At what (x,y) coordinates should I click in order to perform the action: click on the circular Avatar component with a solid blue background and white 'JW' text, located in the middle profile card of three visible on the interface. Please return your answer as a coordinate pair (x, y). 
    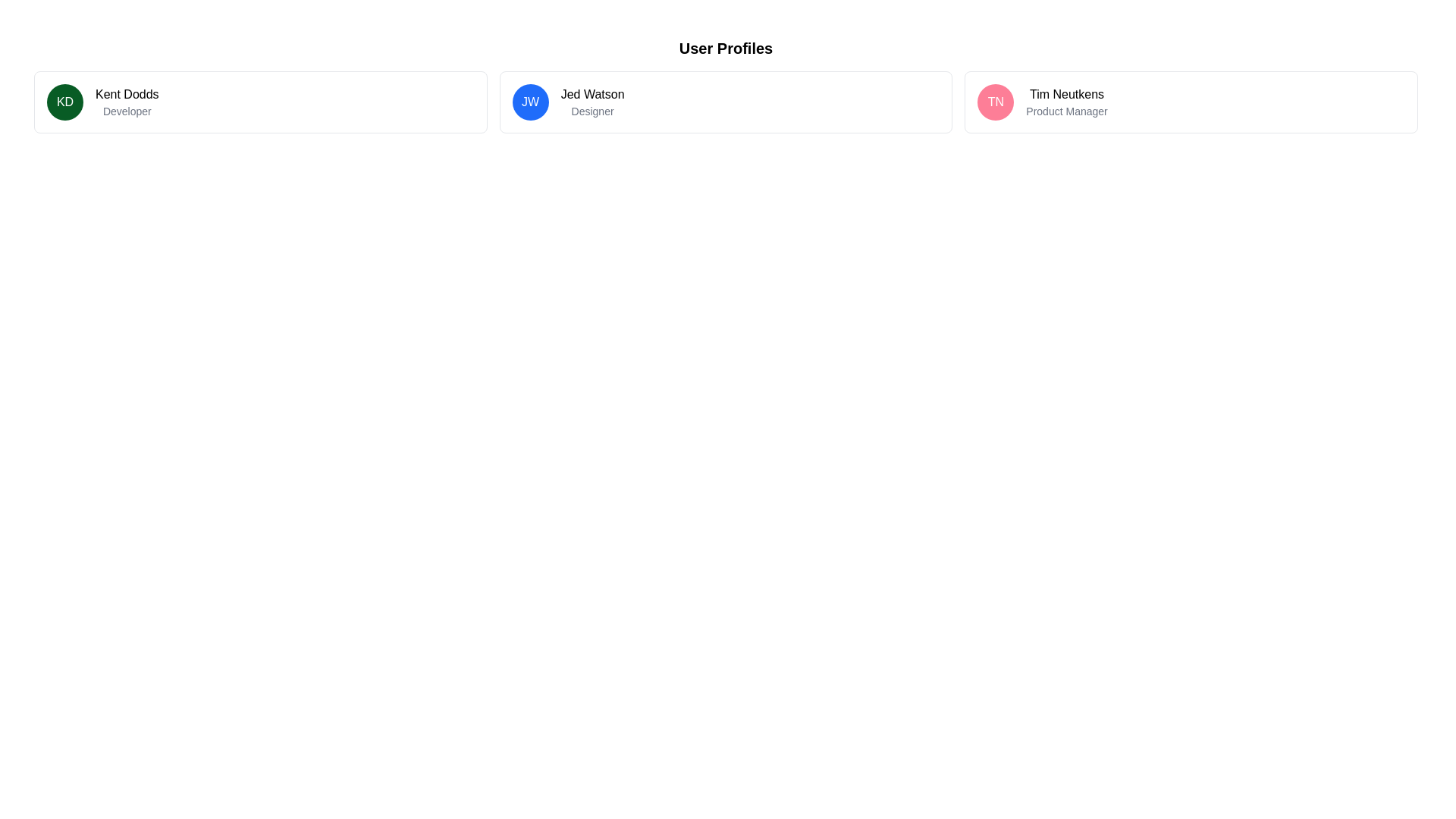
    Looking at the image, I should click on (530, 102).